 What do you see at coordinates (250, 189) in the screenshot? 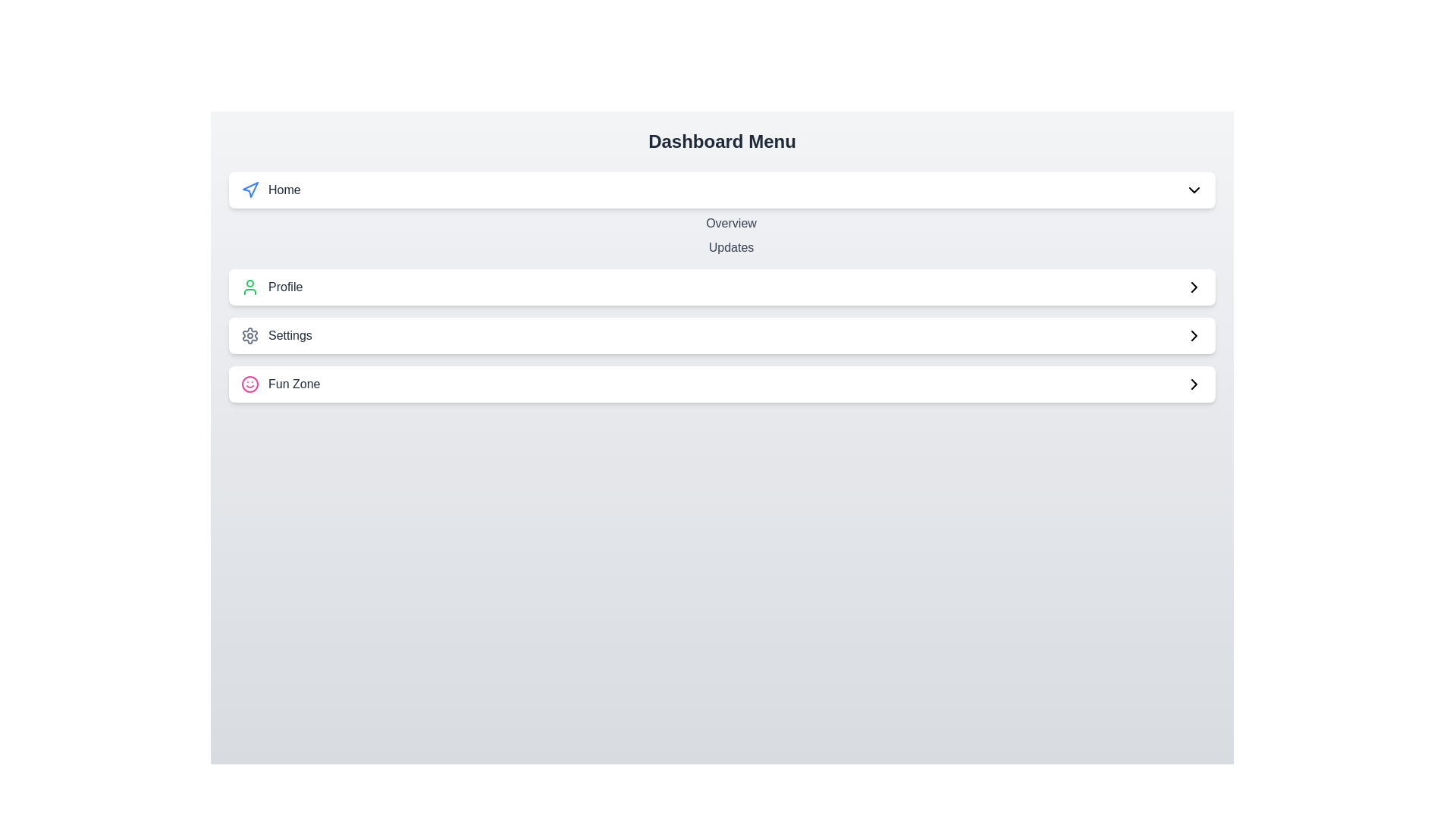
I see `the decorative navigation icon representing the 'Home' menu item, located in the first row of the menu near the left edge` at bounding box center [250, 189].